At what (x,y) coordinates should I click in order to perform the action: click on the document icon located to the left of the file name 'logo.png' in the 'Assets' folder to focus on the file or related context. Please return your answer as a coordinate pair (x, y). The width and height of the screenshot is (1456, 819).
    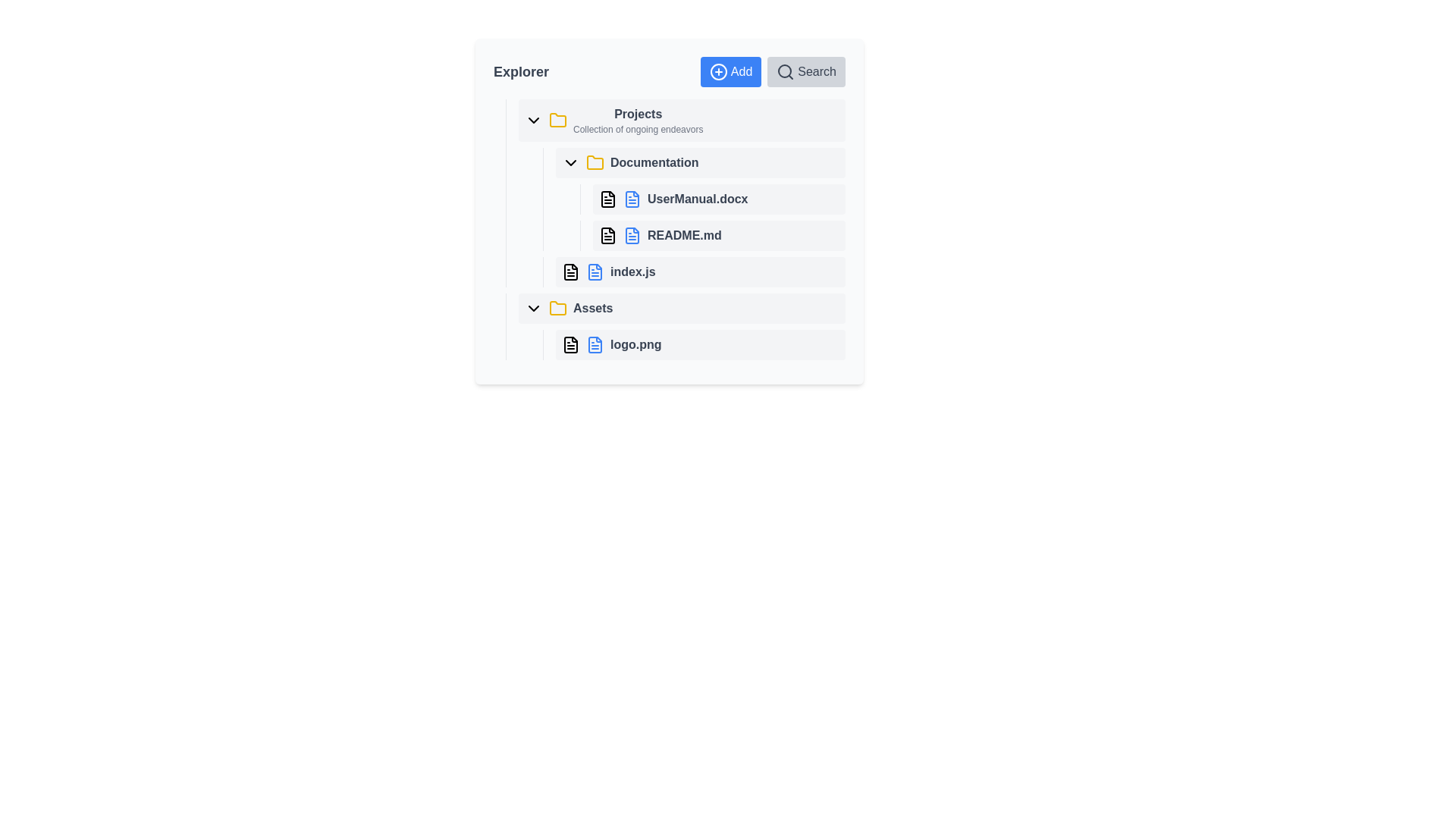
    Looking at the image, I should click on (570, 345).